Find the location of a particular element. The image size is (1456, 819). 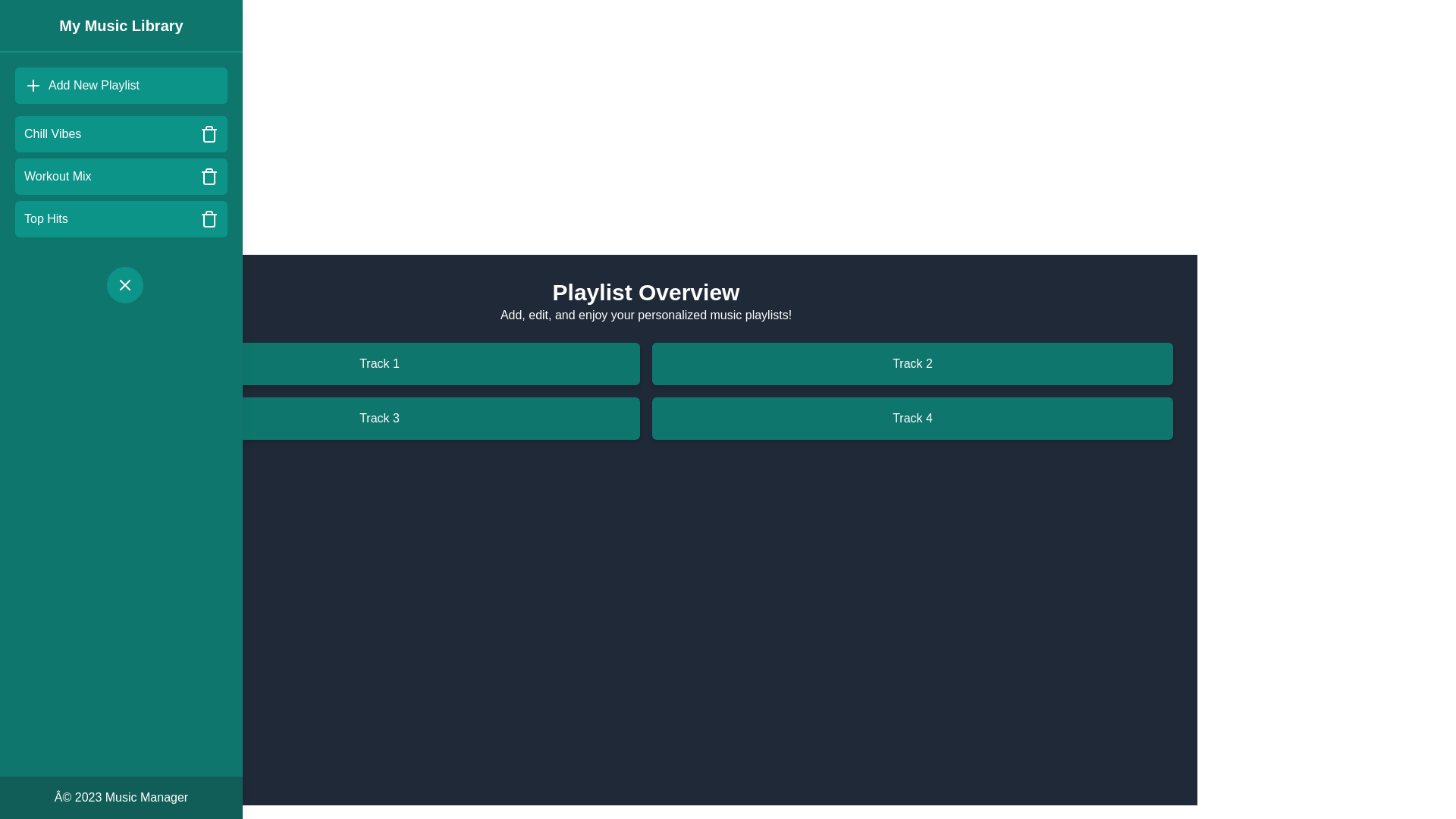

the teal-colored button labeled 'Track 4' to trigger the hover effect is located at coordinates (912, 418).